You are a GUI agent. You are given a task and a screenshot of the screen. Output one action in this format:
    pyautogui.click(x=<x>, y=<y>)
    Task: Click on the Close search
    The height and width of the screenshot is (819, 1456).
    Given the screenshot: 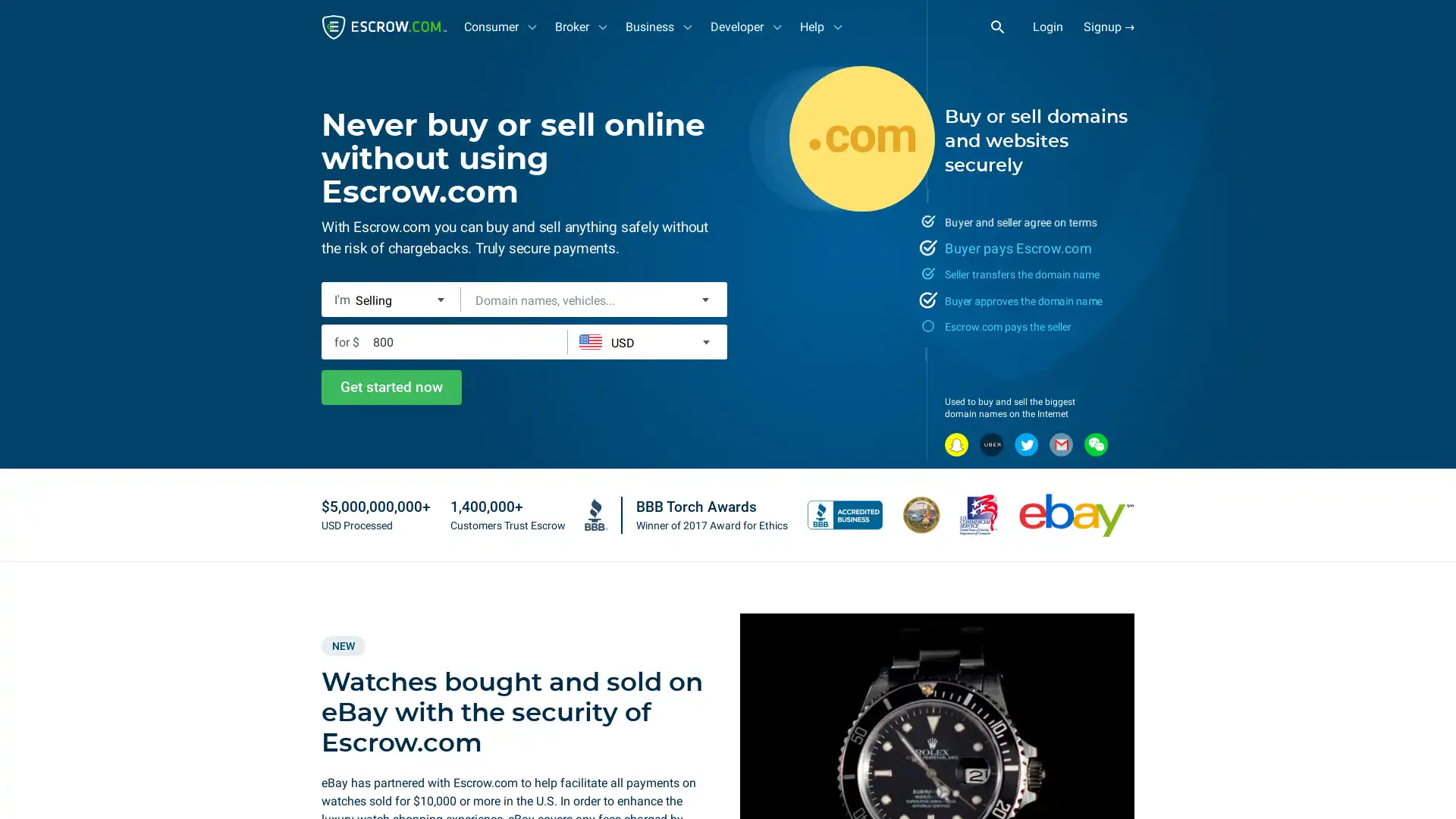 What is the action you would take?
    pyautogui.click(x=1006, y=26)
    